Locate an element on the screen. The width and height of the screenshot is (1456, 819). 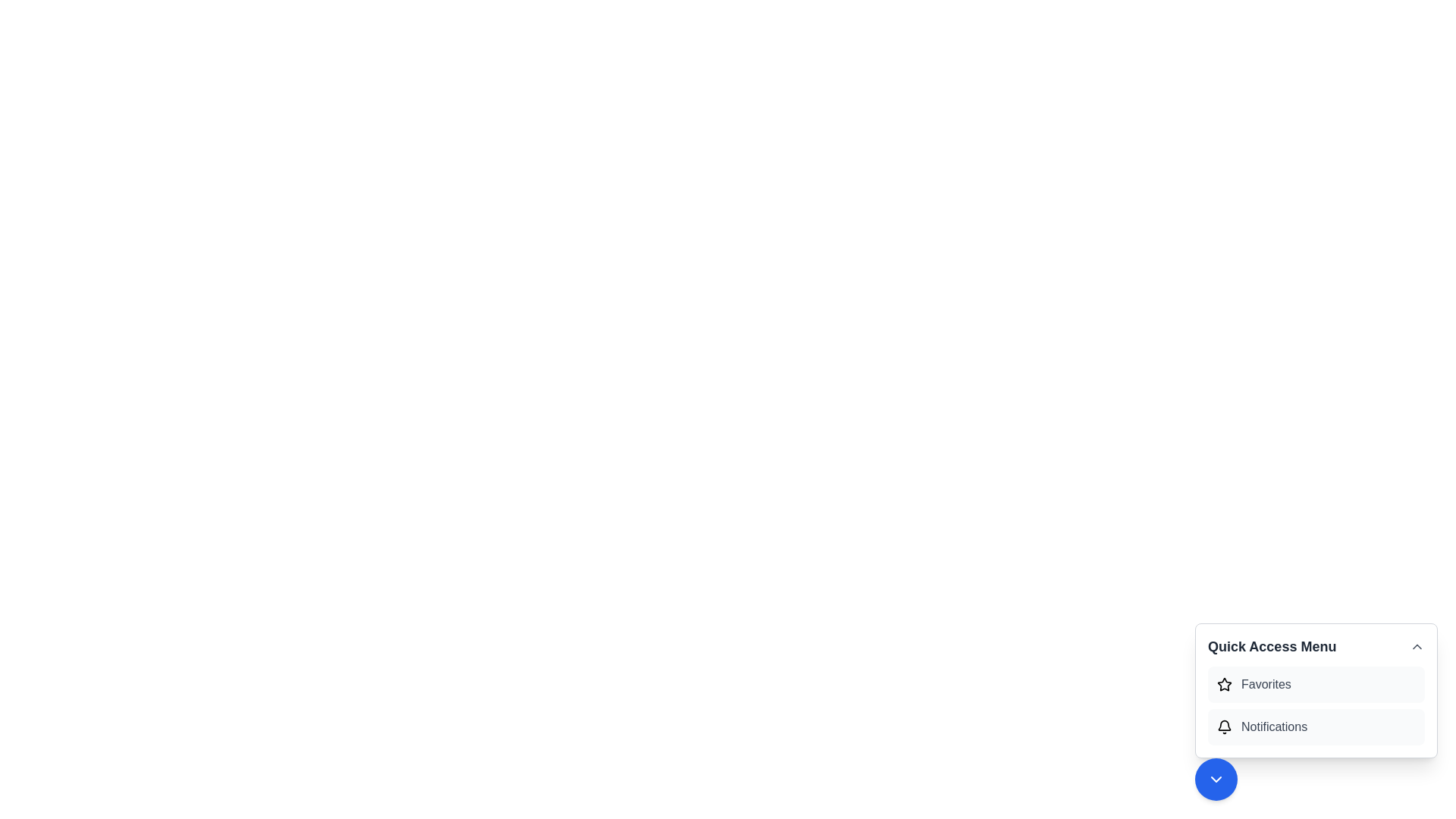
the 'Notifications' text label in the 'Quick Access Menu', which is the second entry below 'Favorites' is located at coordinates (1274, 726).